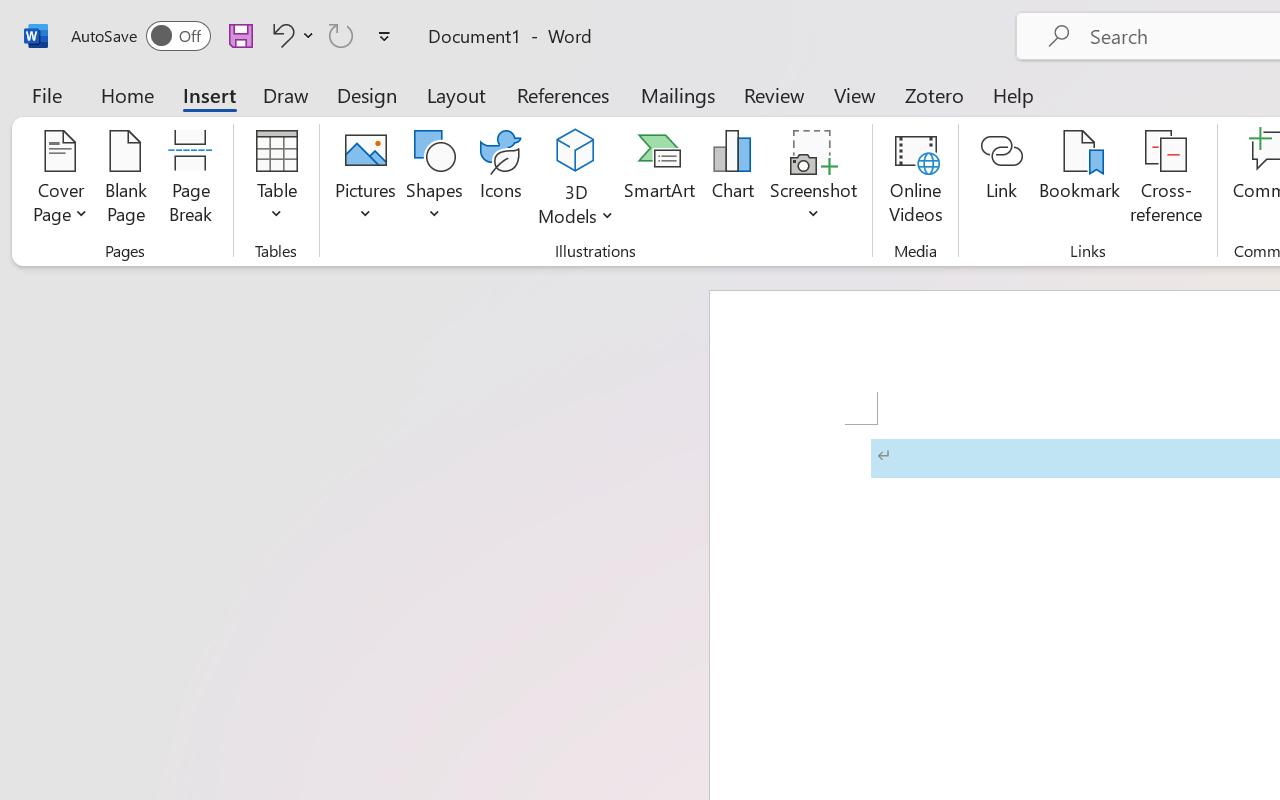  Describe the element at coordinates (575, 151) in the screenshot. I see `'3D Models'` at that location.